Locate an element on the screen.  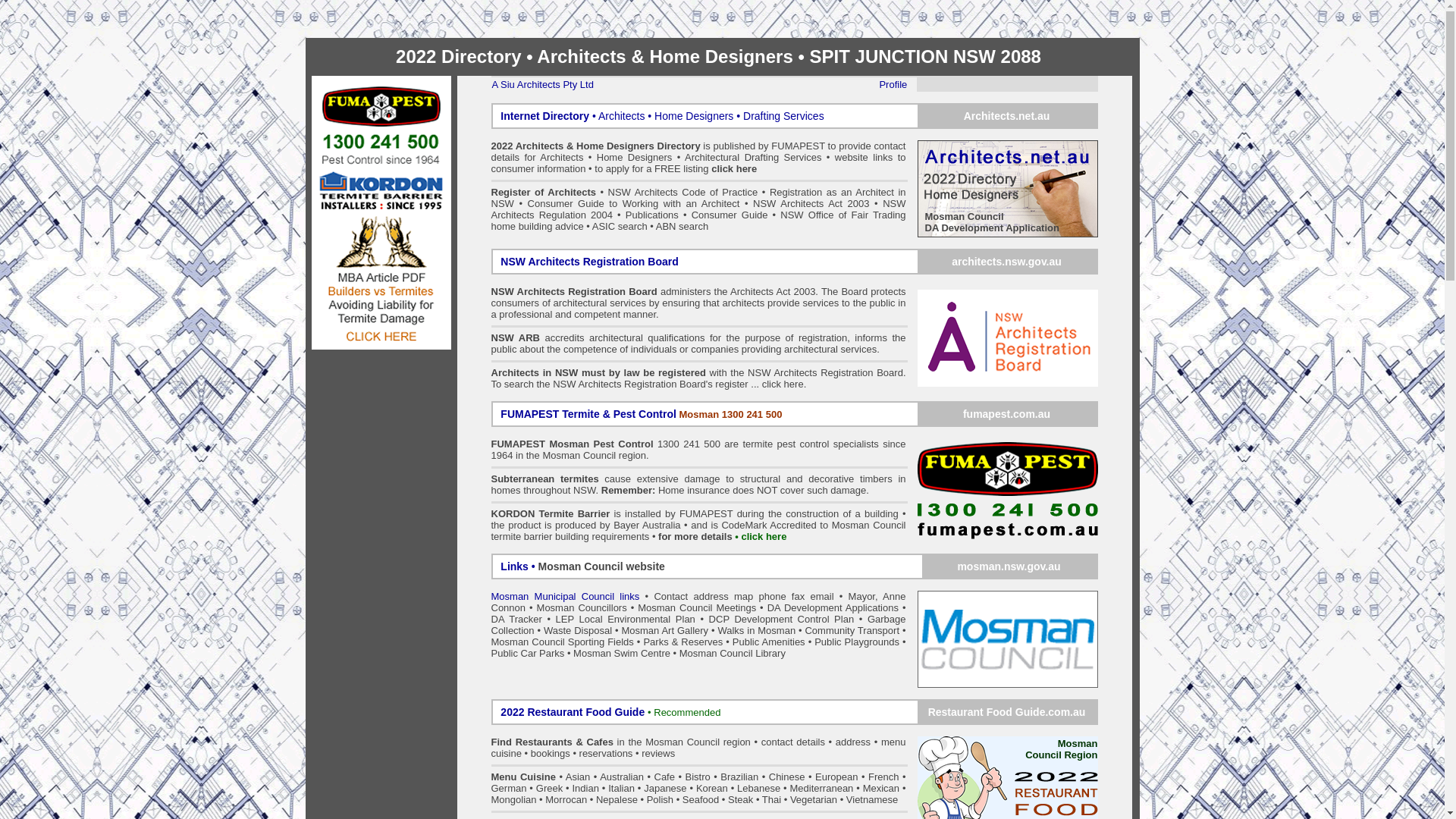
'DA Tracker' is located at coordinates (516, 619).